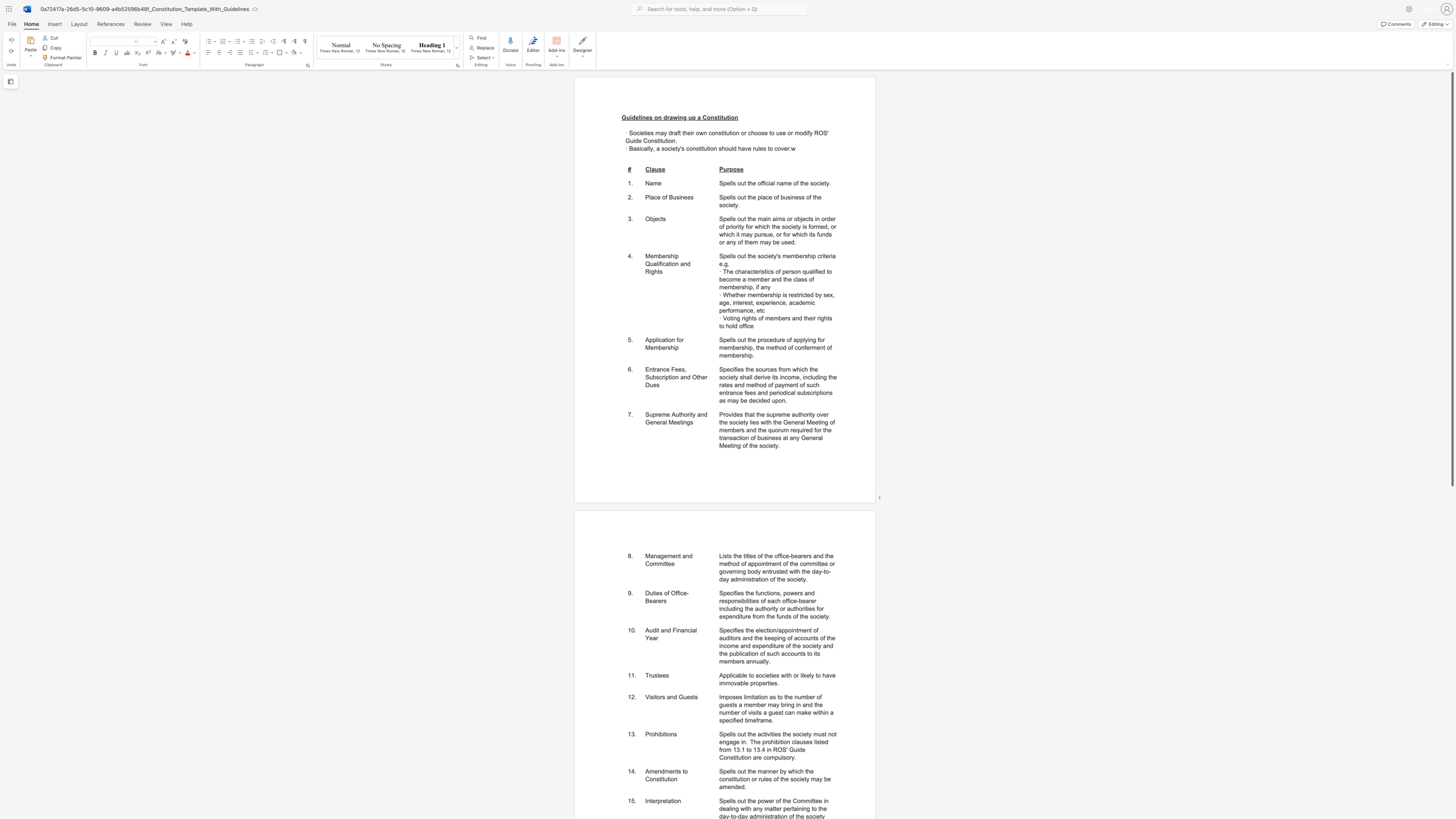 The width and height of the screenshot is (1456, 819). I want to click on the space between the continuous character "n" and "g" in the text, so click(683, 117).